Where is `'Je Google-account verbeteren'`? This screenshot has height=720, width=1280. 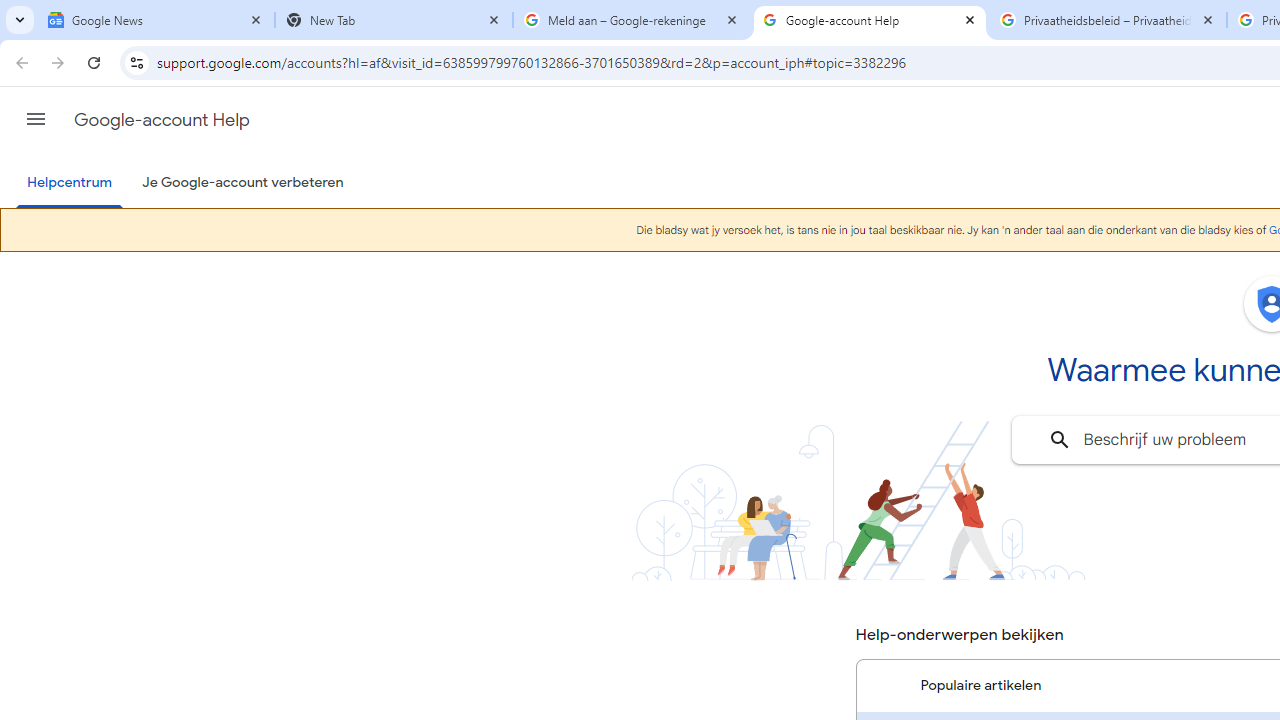 'Je Google-account verbeteren' is located at coordinates (241, 183).